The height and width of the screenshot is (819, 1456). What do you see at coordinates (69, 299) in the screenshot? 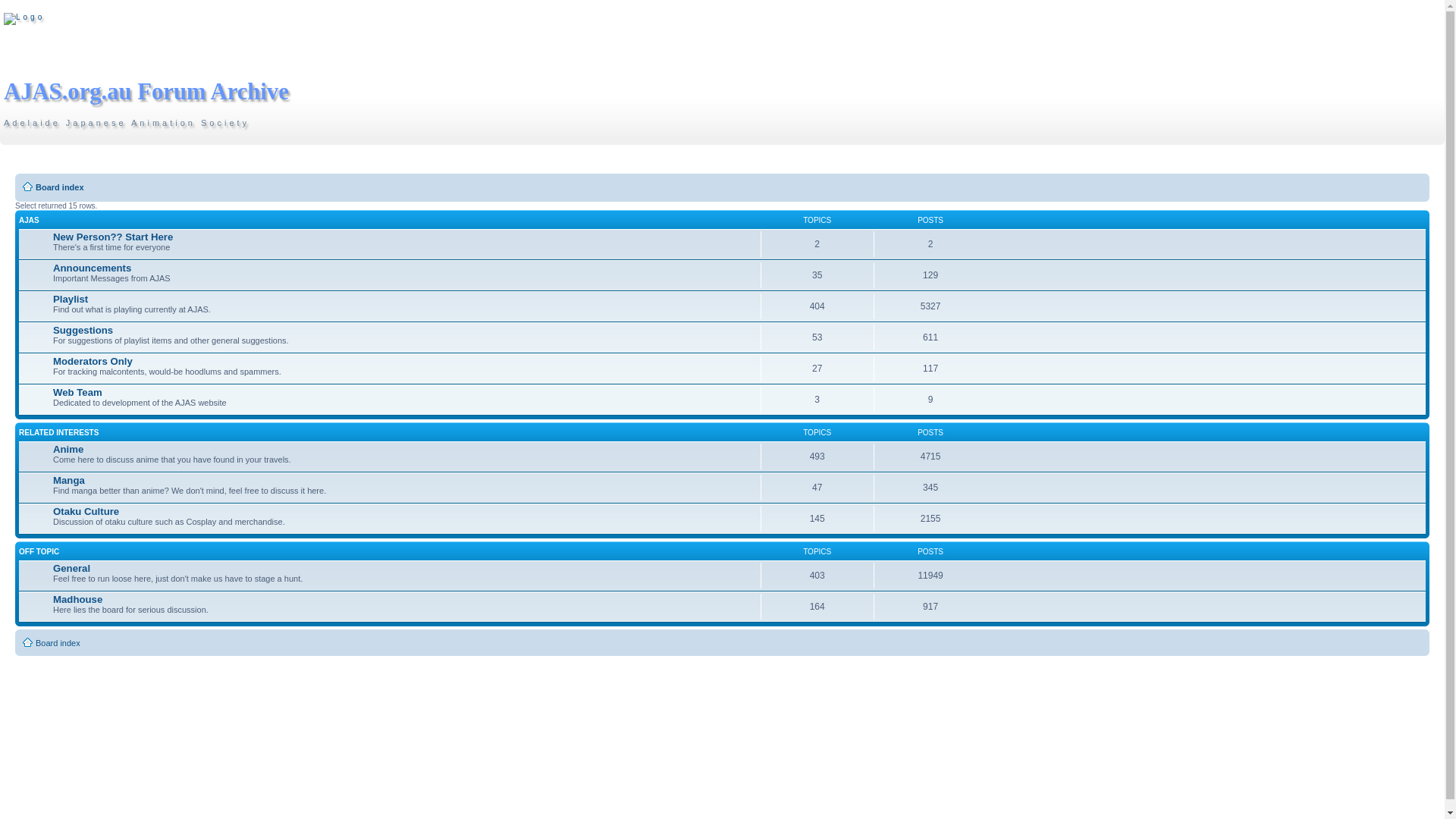
I see `'Playlist'` at bounding box center [69, 299].